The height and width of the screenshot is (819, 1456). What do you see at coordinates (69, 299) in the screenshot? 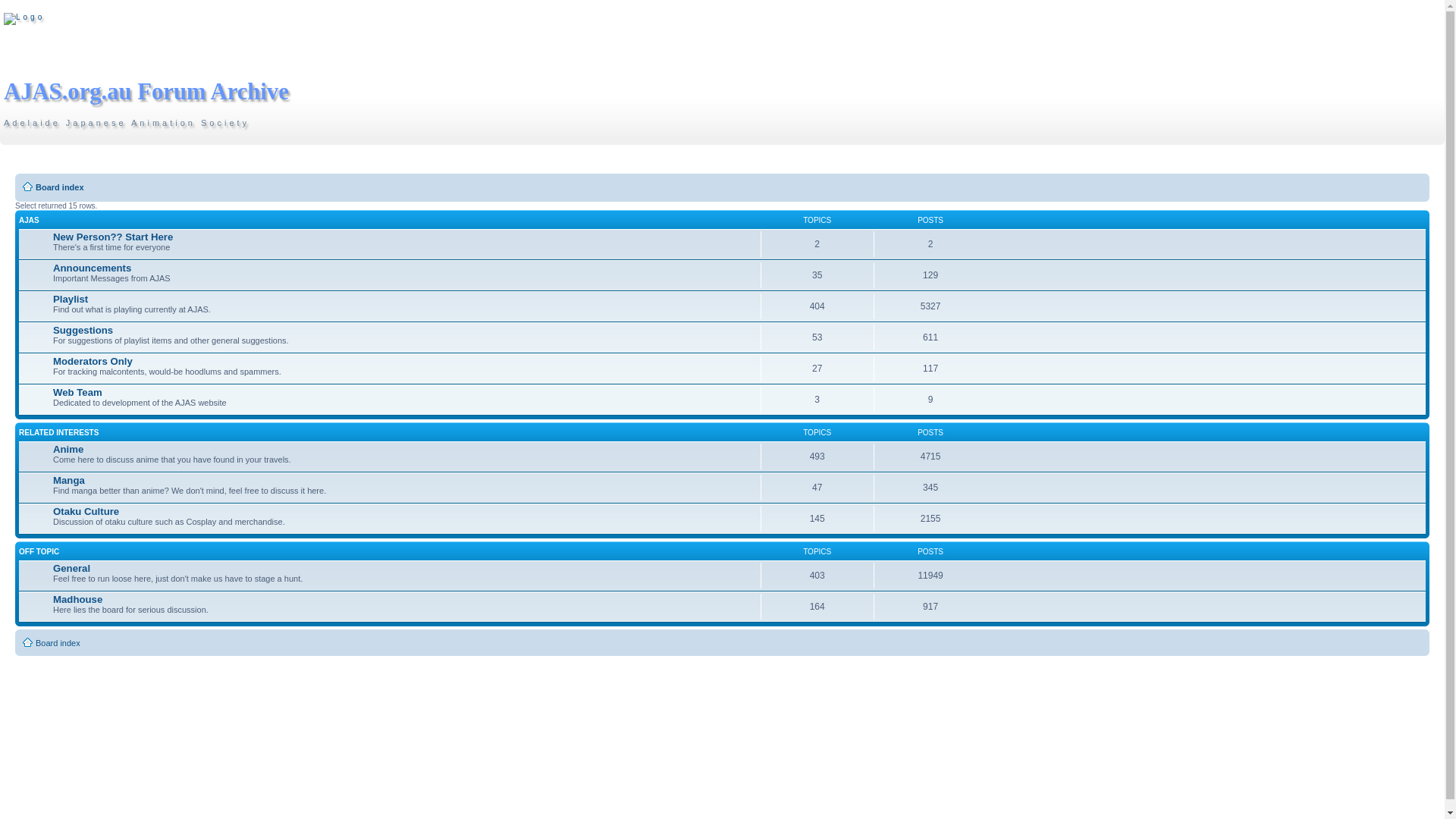
I see `'Playlist'` at bounding box center [69, 299].